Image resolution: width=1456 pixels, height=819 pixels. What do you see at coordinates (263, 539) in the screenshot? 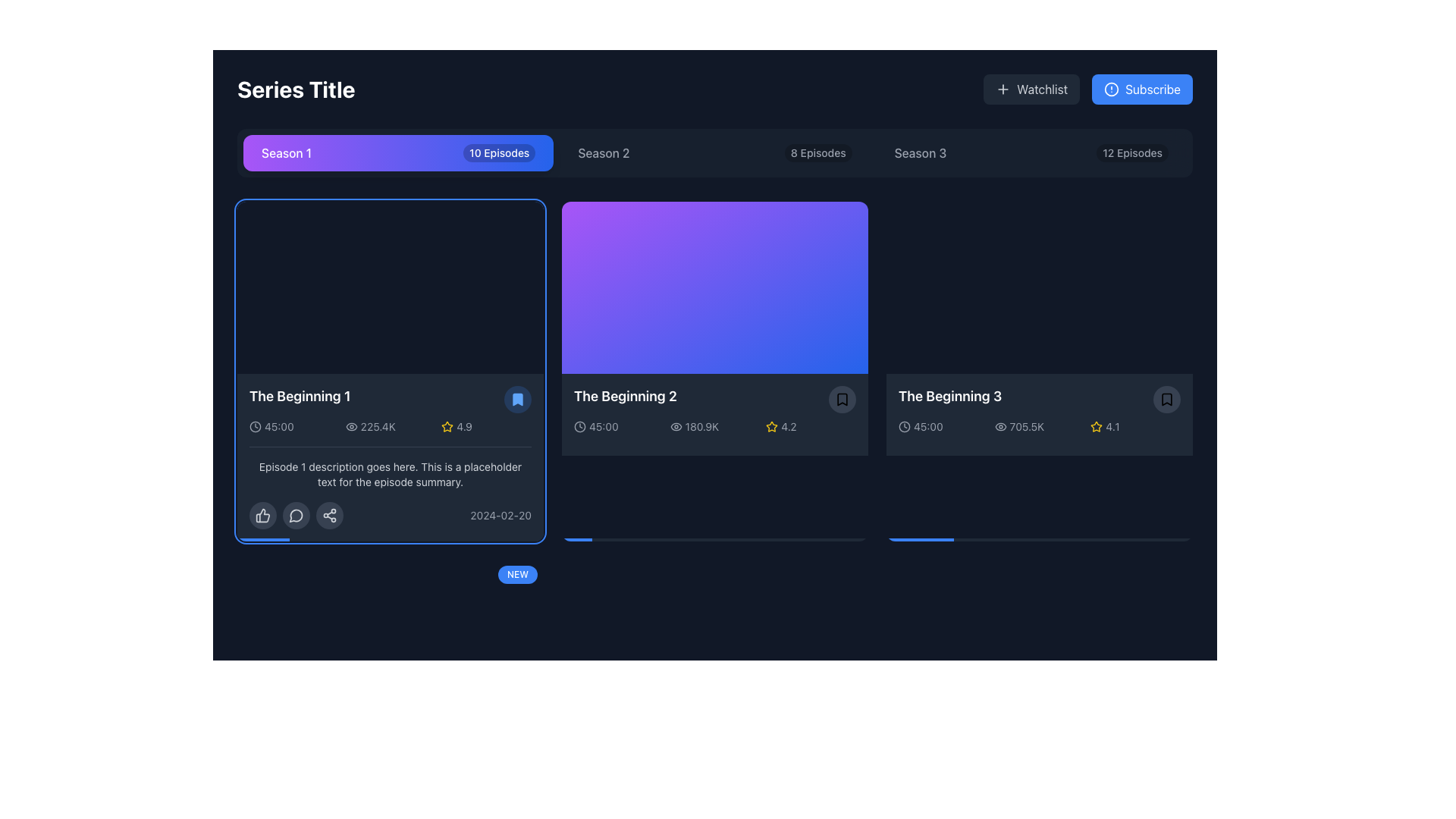
I see `the Progress Indicator (Inner Bar) at the bottom edge of the card for 'The Beginning 1', which is a thin blue horizontal bar occupying 17% of the total width` at bounding box center [263, 539].